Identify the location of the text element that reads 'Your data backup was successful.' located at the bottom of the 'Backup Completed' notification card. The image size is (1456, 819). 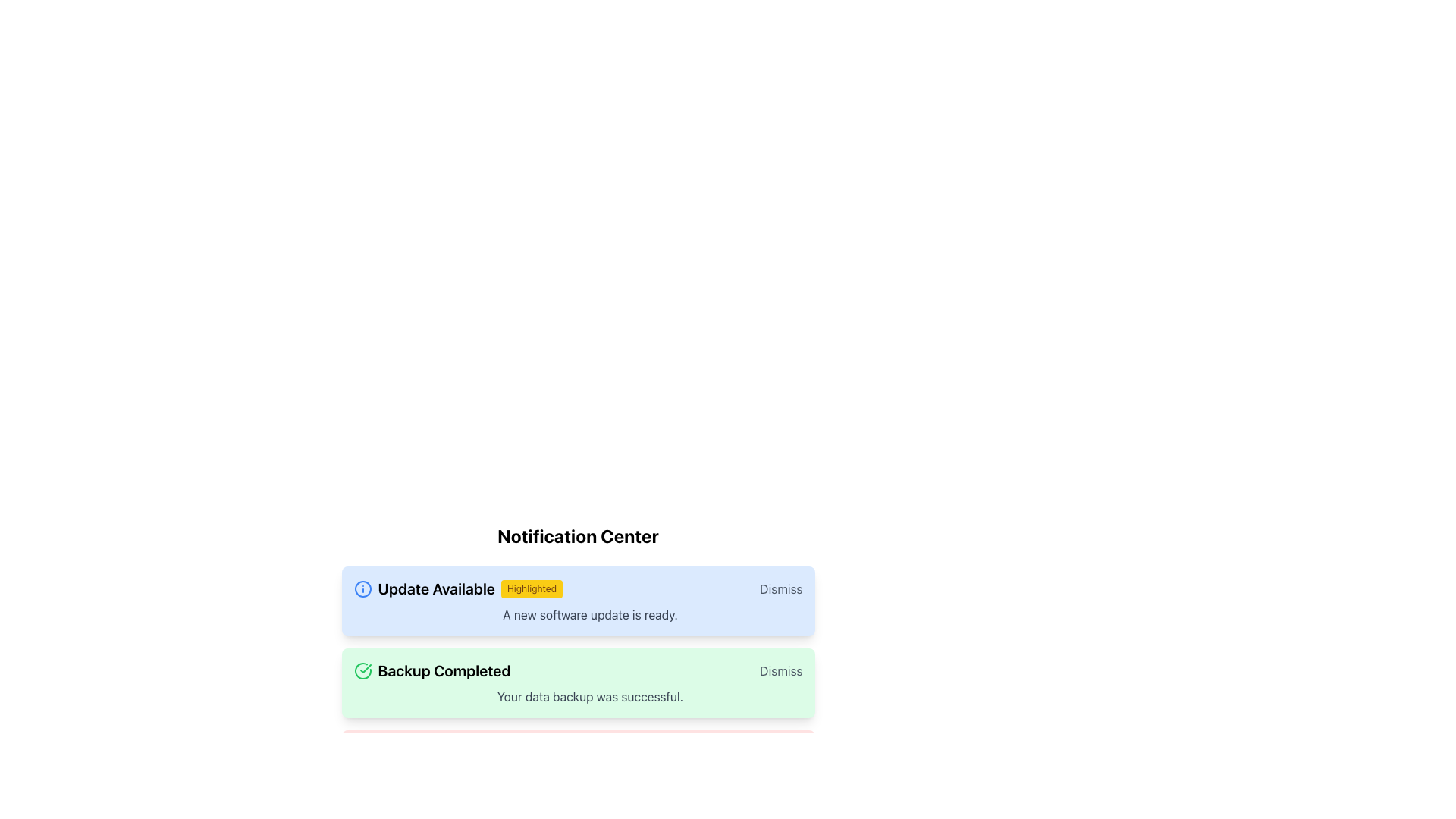
(589, 696).